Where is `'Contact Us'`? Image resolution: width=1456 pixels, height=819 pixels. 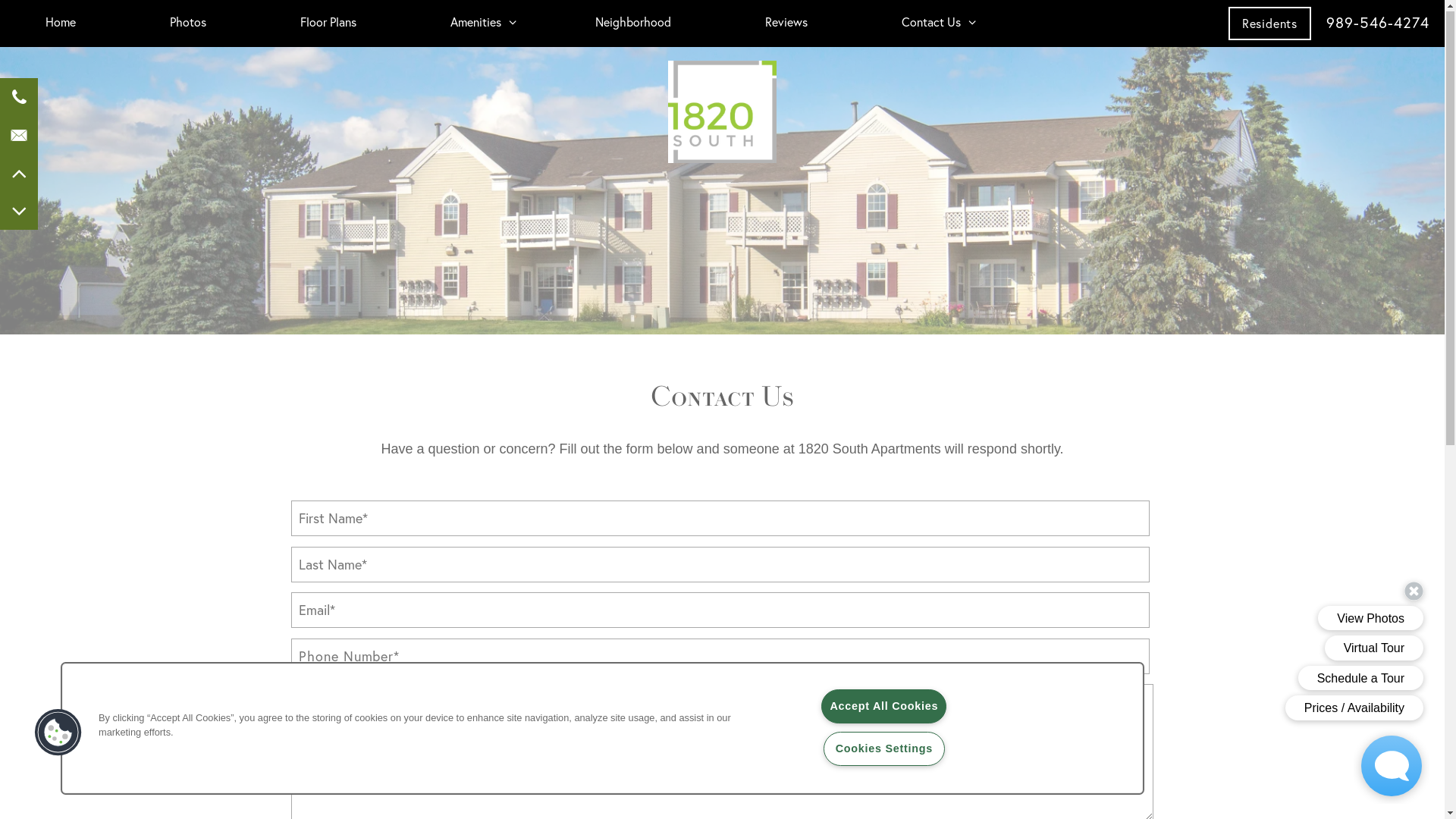 'Contact Us' is located at coordinates (930, 23).